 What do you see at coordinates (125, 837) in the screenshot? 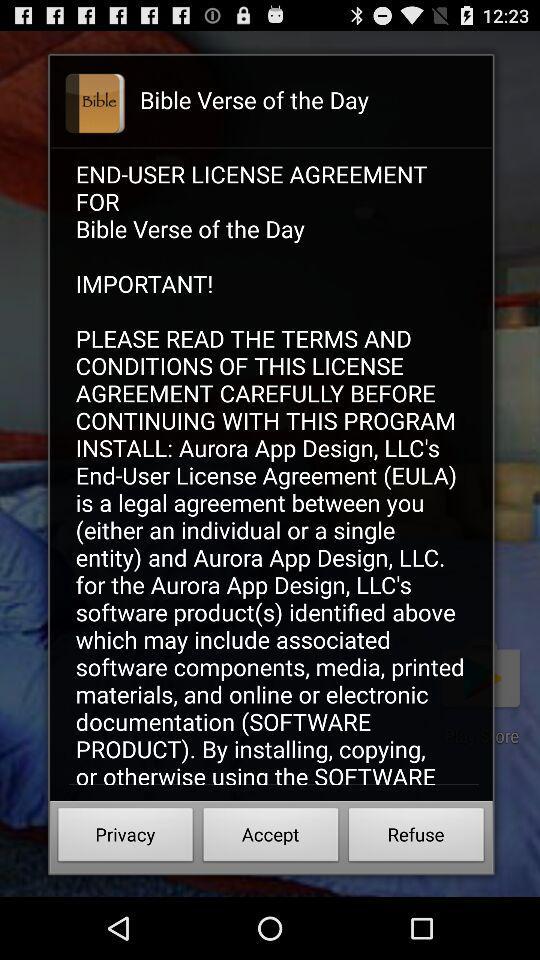
I see `the privacy at the bottom left corner` at bounding box center [125, 837].